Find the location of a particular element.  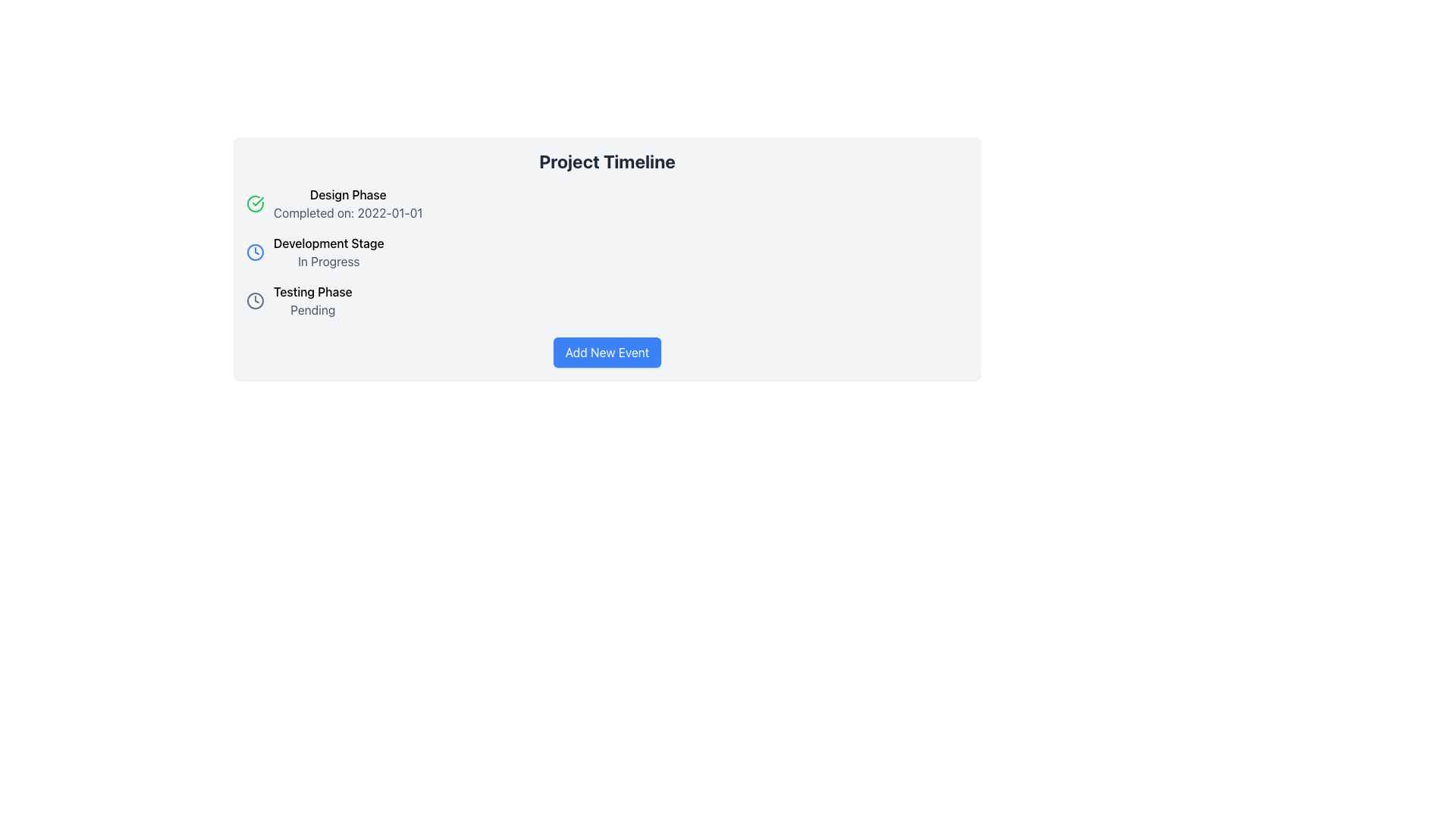

the green checkmark icon within the circular boundary, which indicates a completed action in the 'Design Phase' status of the 'Project Timeline' section is located at coordinates (258, 201).